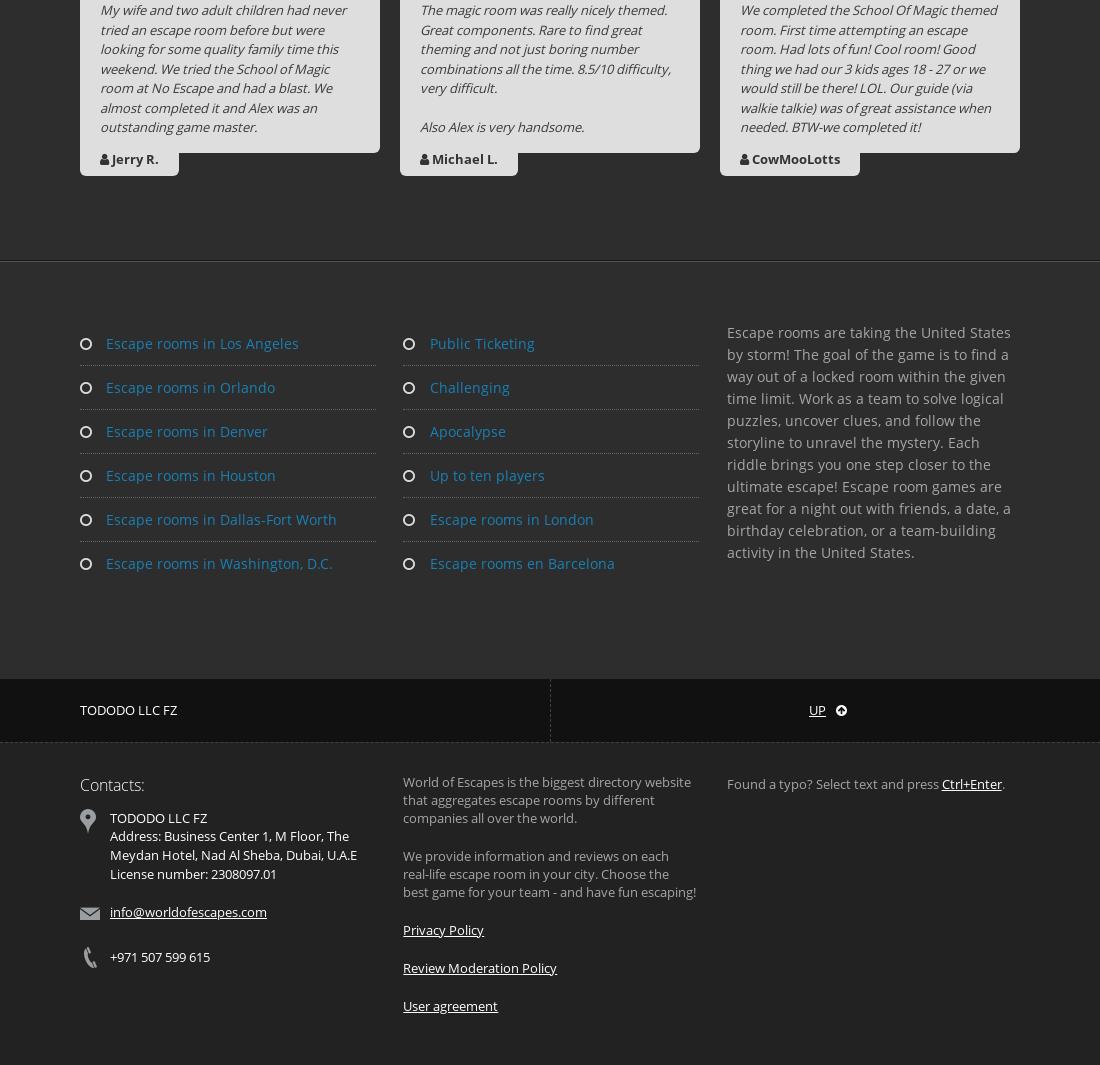 This screenshot has height=1065, width=1100. What do you see at coordinates (187, 473) in the screenshot?
I see `'Escape rooms in Houston'` at bounding box center [187, 473].